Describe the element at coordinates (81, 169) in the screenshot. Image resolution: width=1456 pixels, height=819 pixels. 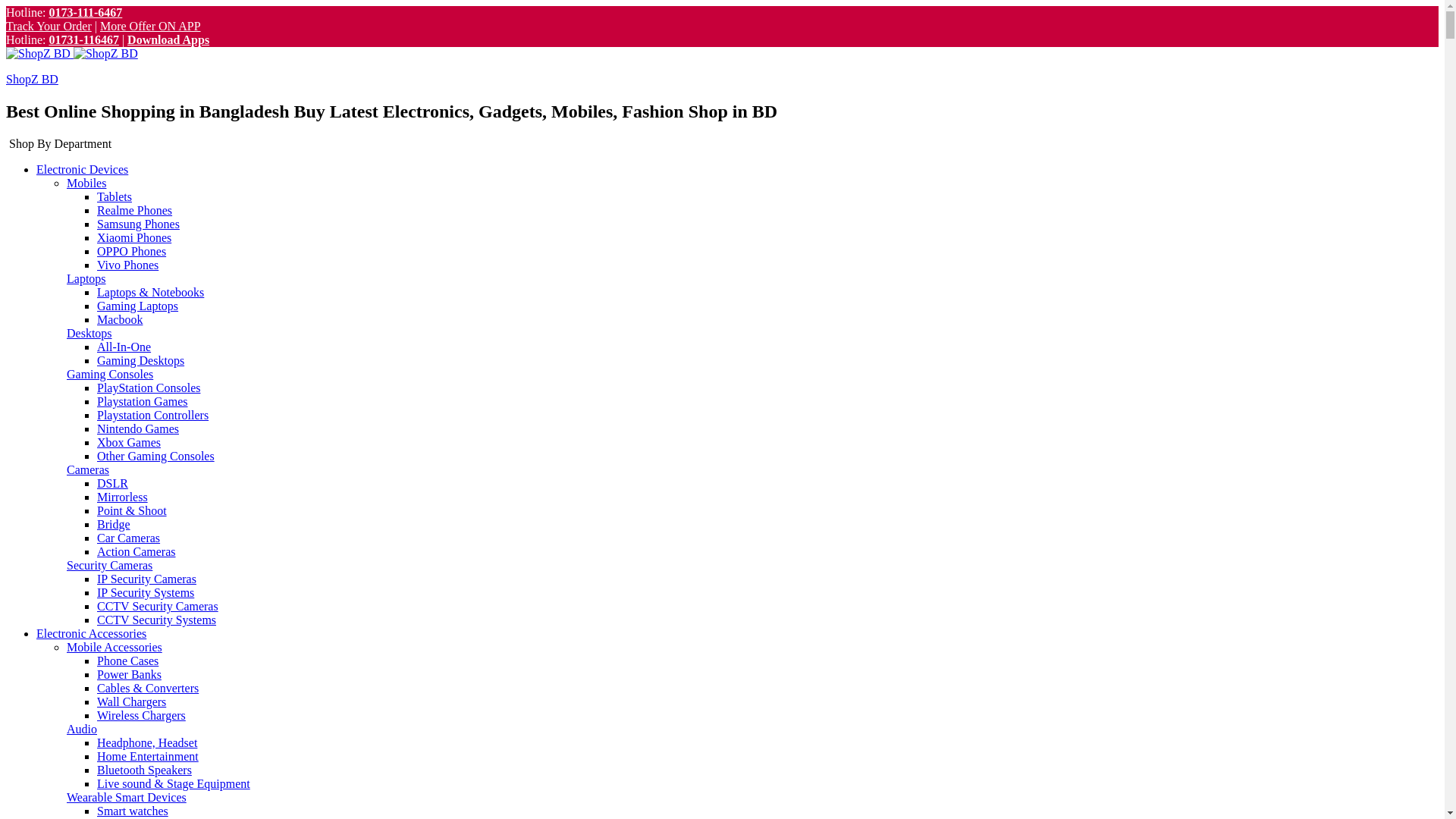
I see `'Electronic Devices'` at that location.